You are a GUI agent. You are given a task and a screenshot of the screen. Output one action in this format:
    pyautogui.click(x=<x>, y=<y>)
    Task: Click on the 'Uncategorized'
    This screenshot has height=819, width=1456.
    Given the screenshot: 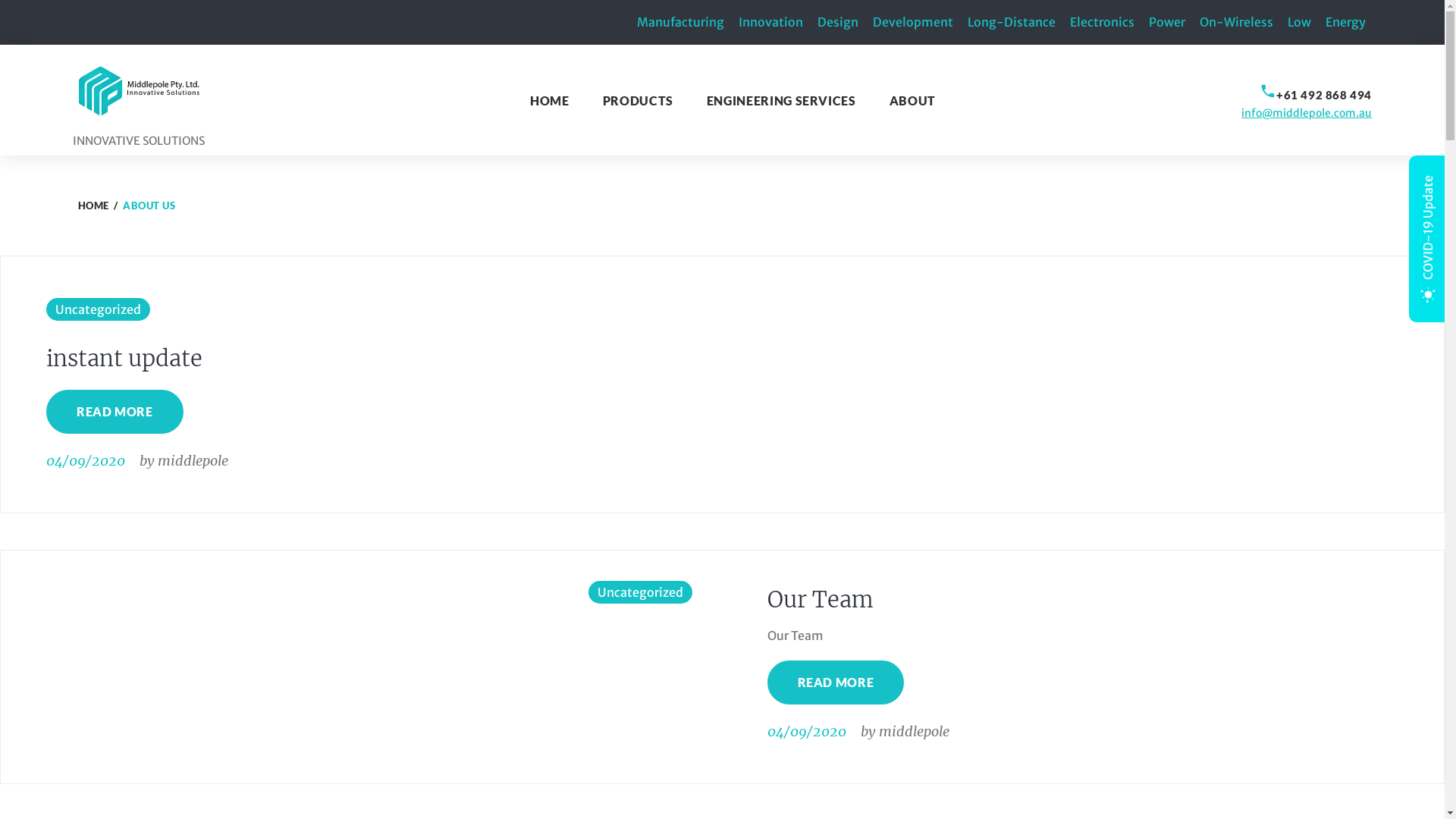 What is the action you would take?
    pyautogui.click(x=640, y=591)
    